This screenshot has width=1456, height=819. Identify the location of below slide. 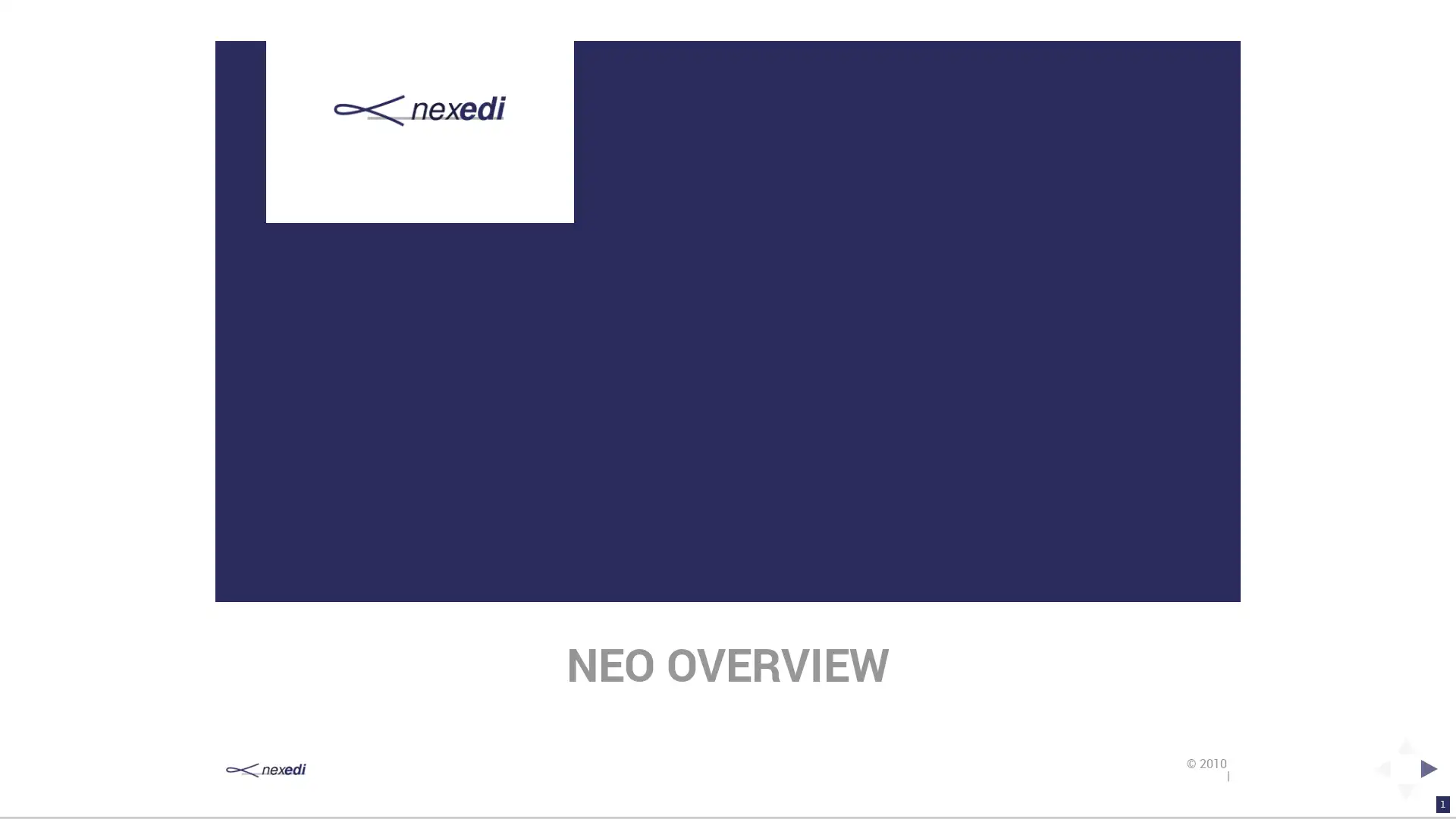
(1404, 795).